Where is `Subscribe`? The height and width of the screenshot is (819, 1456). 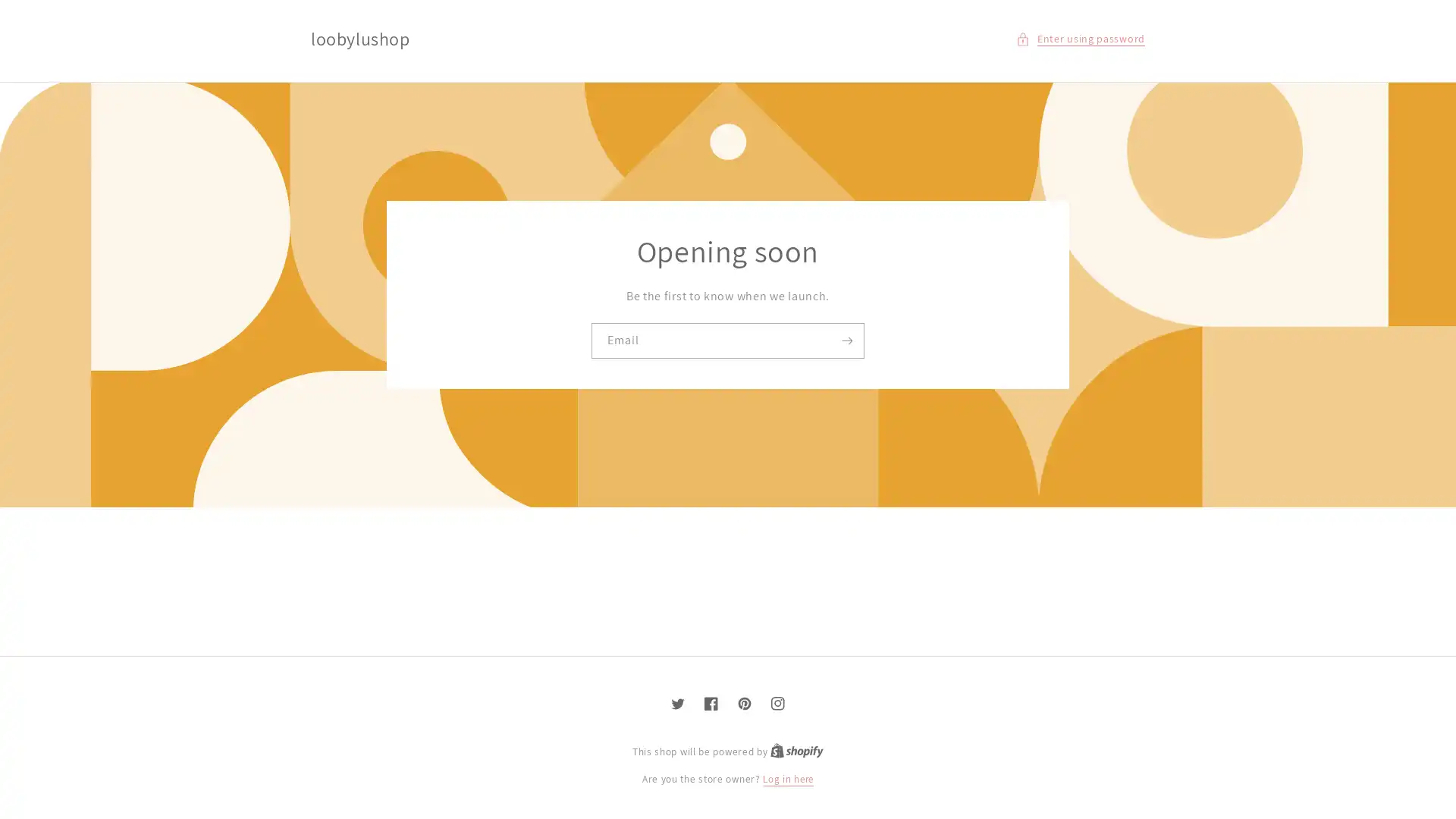
Subscribe is located at coordinates (846, 340).